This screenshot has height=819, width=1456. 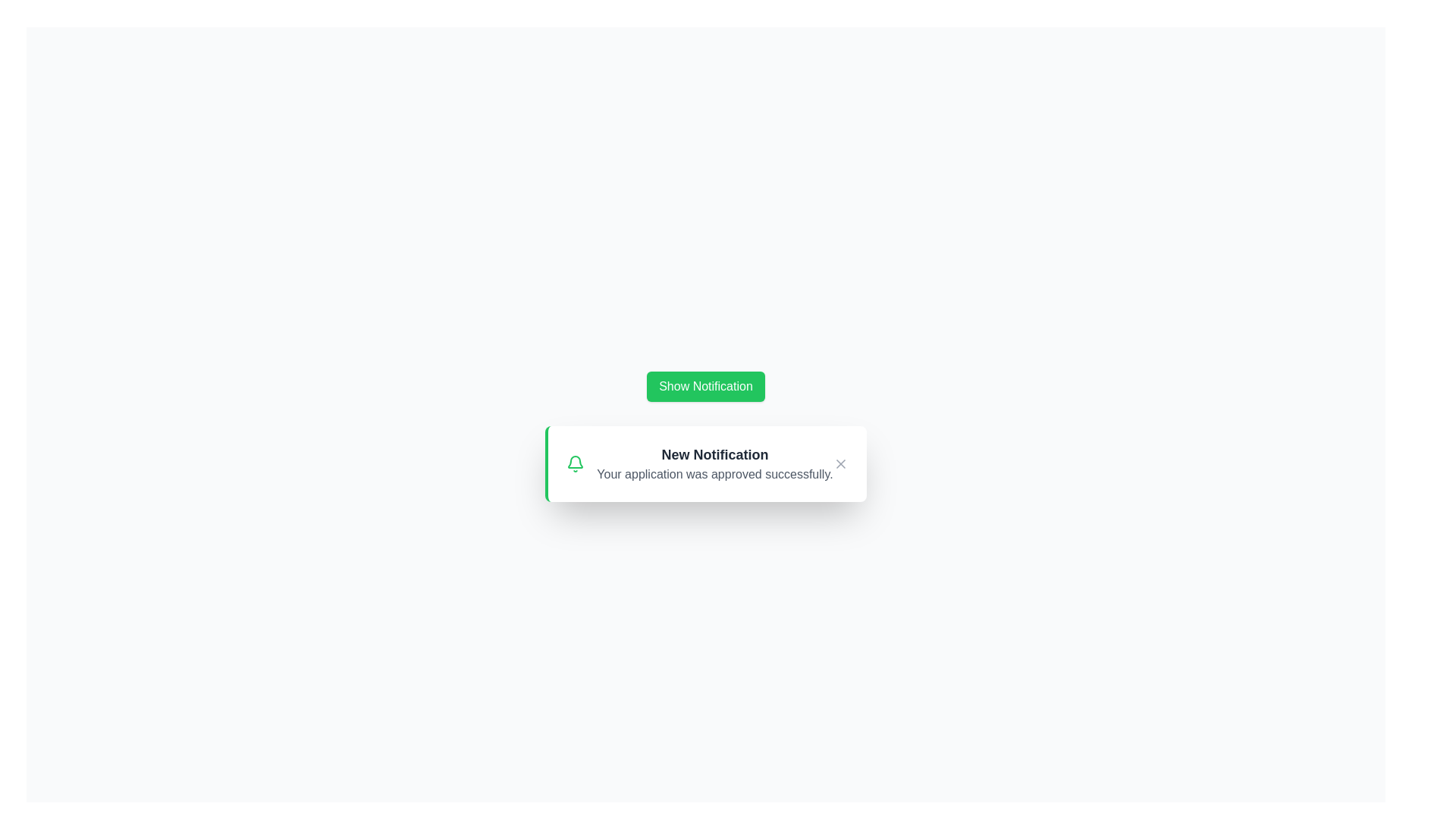 What do you see at coordinates (839, 463) in the screenshot?
I see `the close button located at the top-right corner of the notification card` at bounding box center [839, 463].